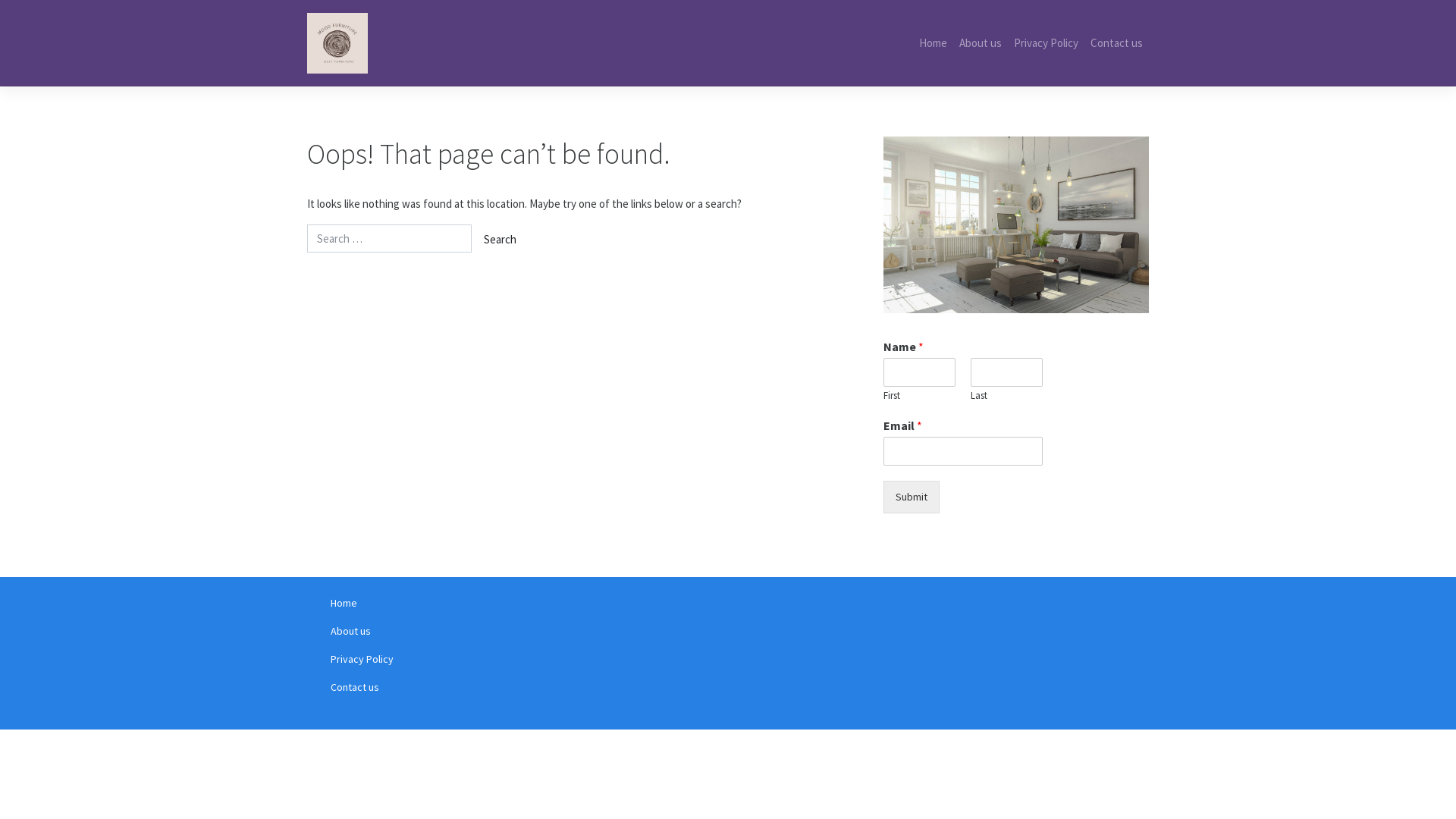 Image resolution: width=1456 pixels, height=819 pixels. What do you see at coordinates (910, 497) in the screenshot?
I see `'Submit'` at bounding box center [910, 497].